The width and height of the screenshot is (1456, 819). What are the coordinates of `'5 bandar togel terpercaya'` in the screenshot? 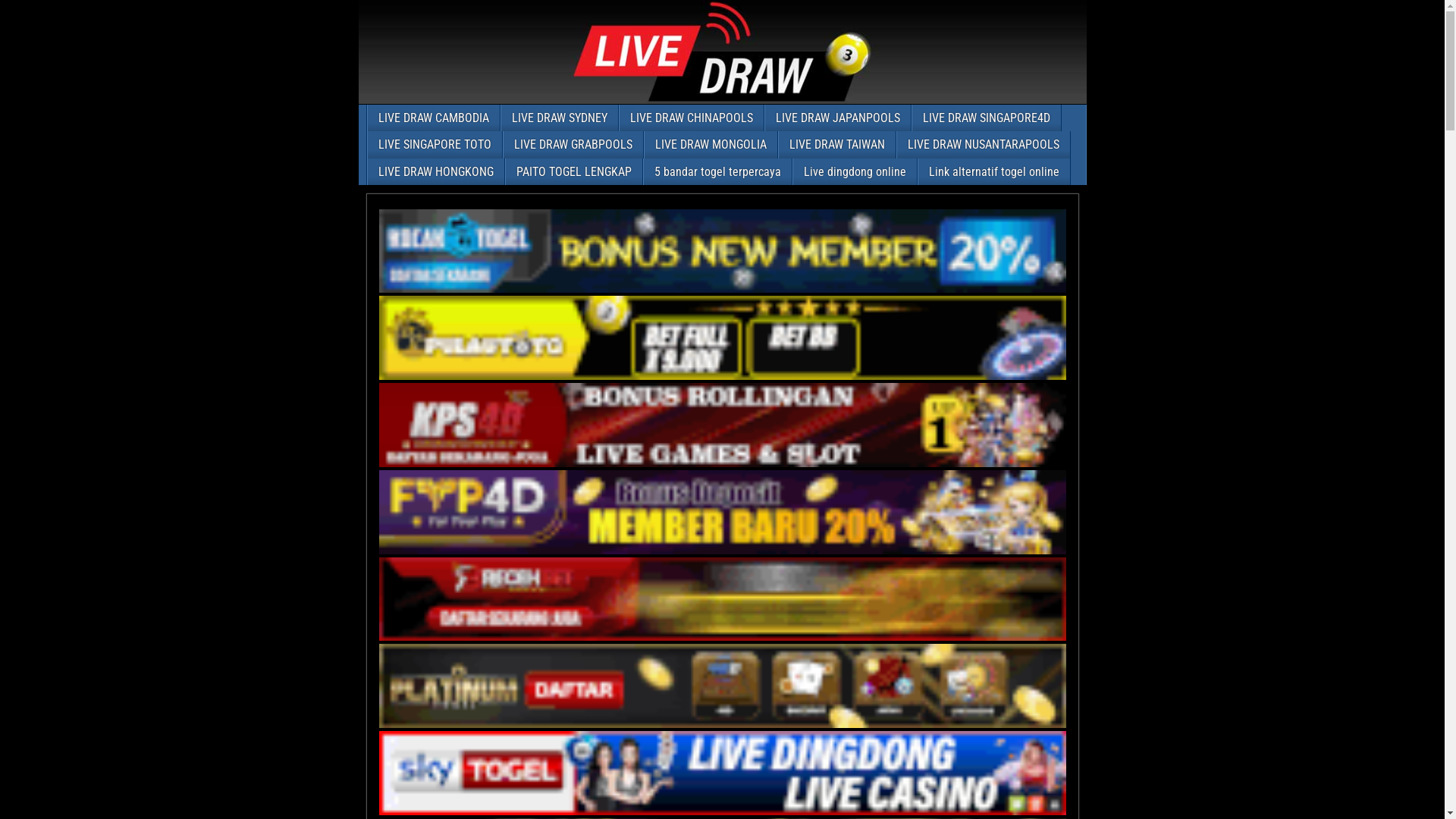 It's located at (716, 171).